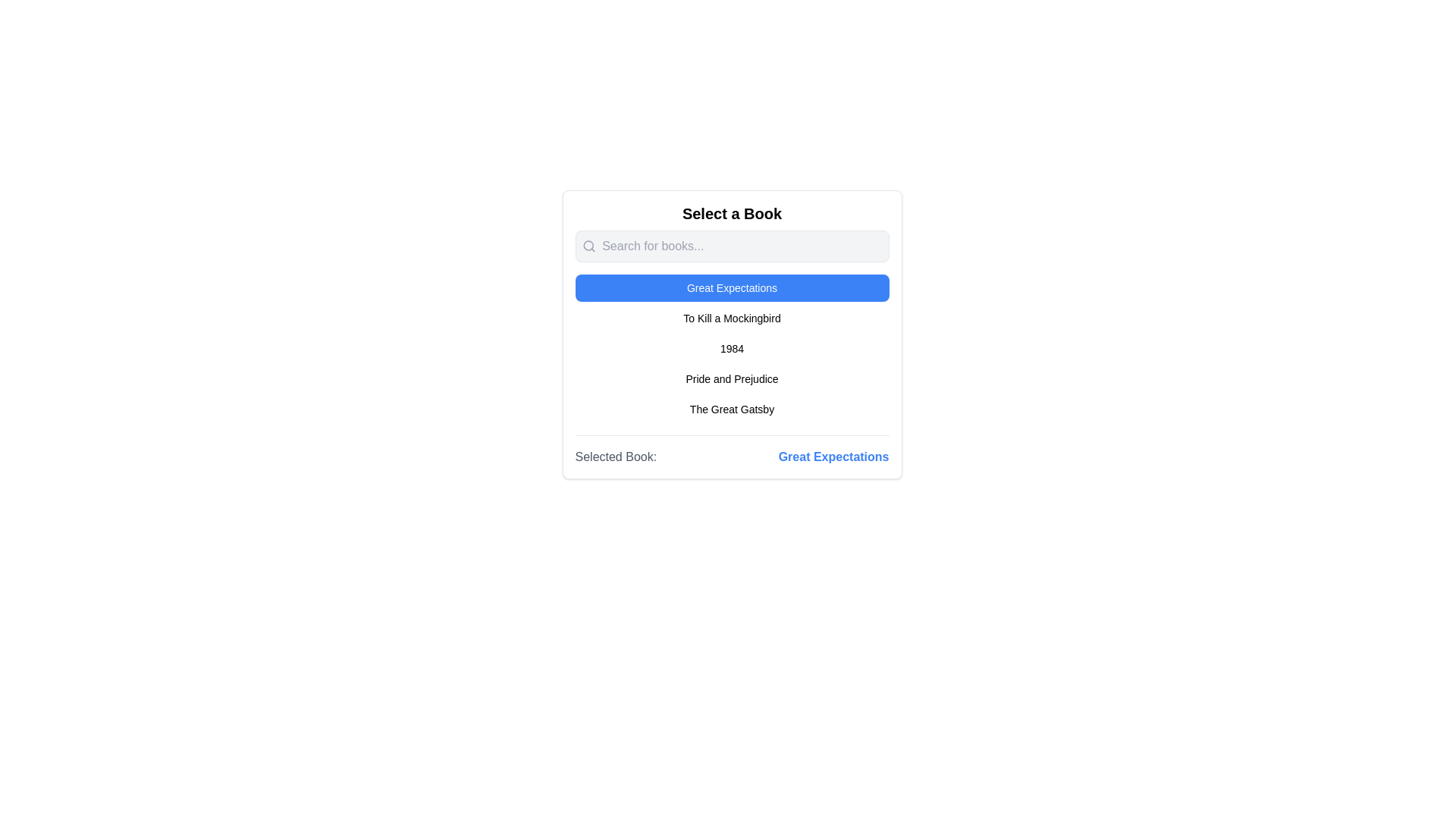 This screenshot has height=819, width=1456. Describe the element at coordinates (588, 245) in the screenshot. I see `the SVG Circle that is part of the search icon located inside the input field labeled 'Search for books...' near the top of the interface` at that location.